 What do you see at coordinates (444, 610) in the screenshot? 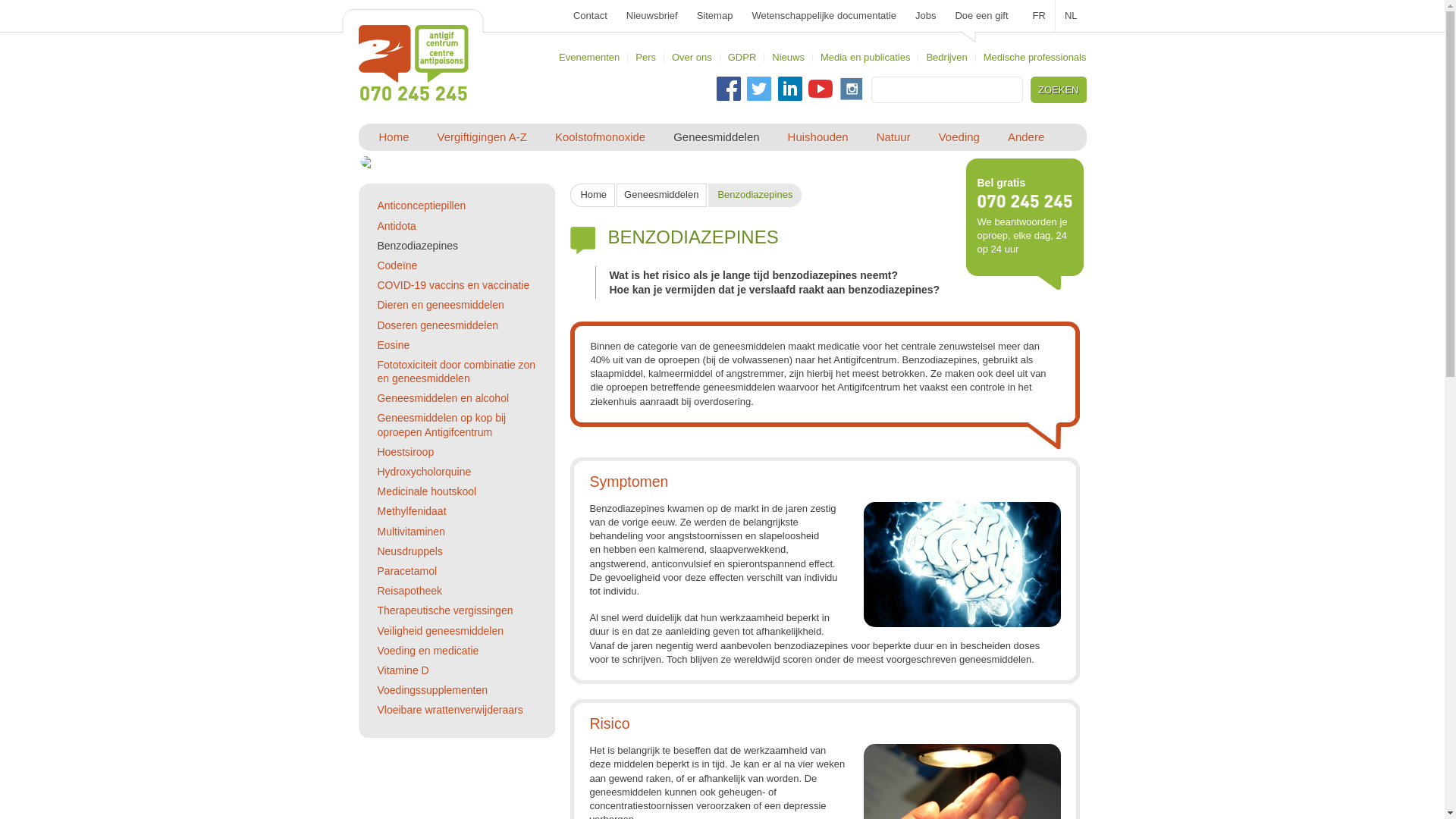
I see `'Therapeutische vergissingen'` at bounding box center [444, 610].